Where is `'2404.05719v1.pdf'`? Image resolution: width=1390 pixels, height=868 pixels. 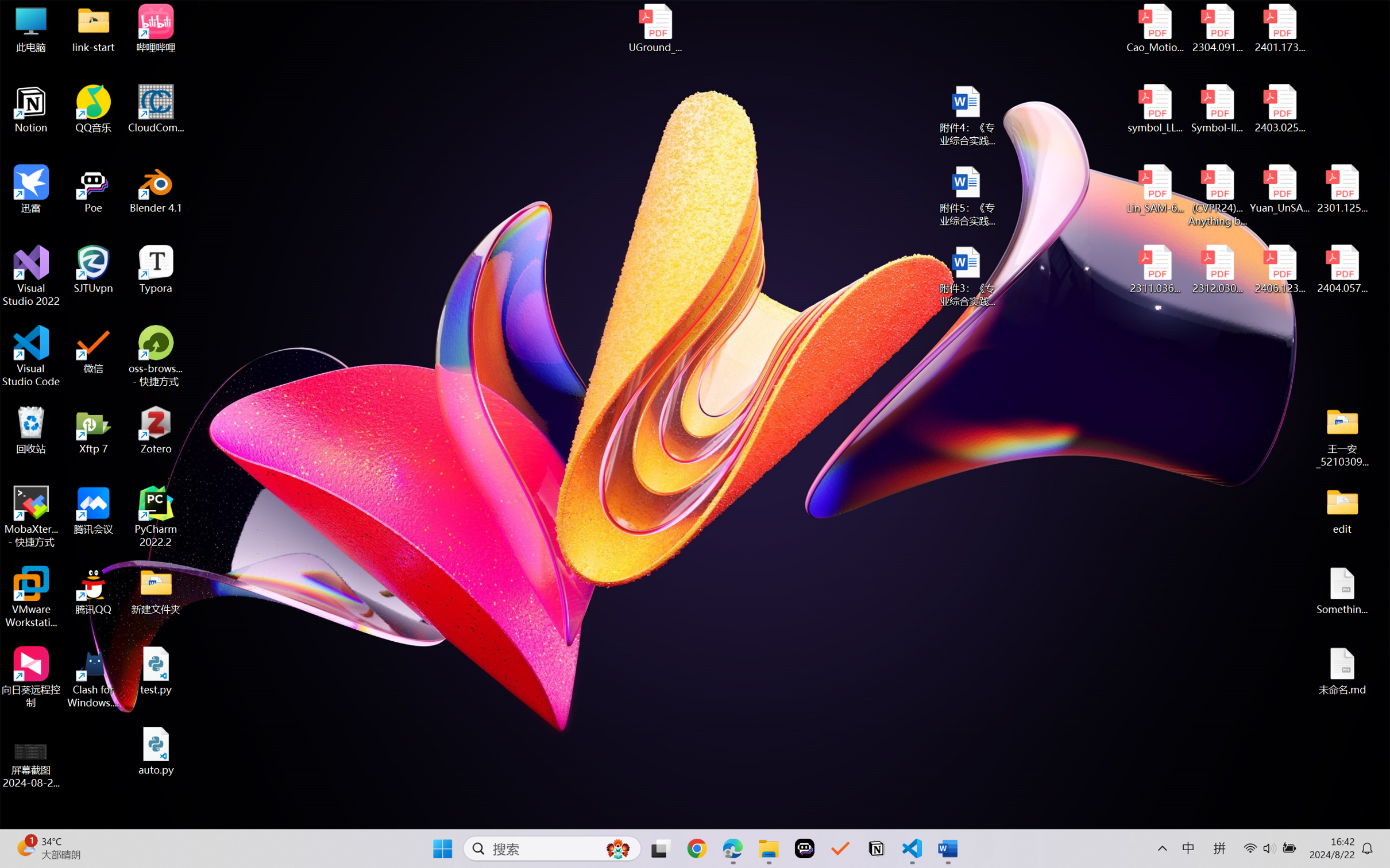 '2404.05719v1.pdf' is located at coordinates (1341, 269).